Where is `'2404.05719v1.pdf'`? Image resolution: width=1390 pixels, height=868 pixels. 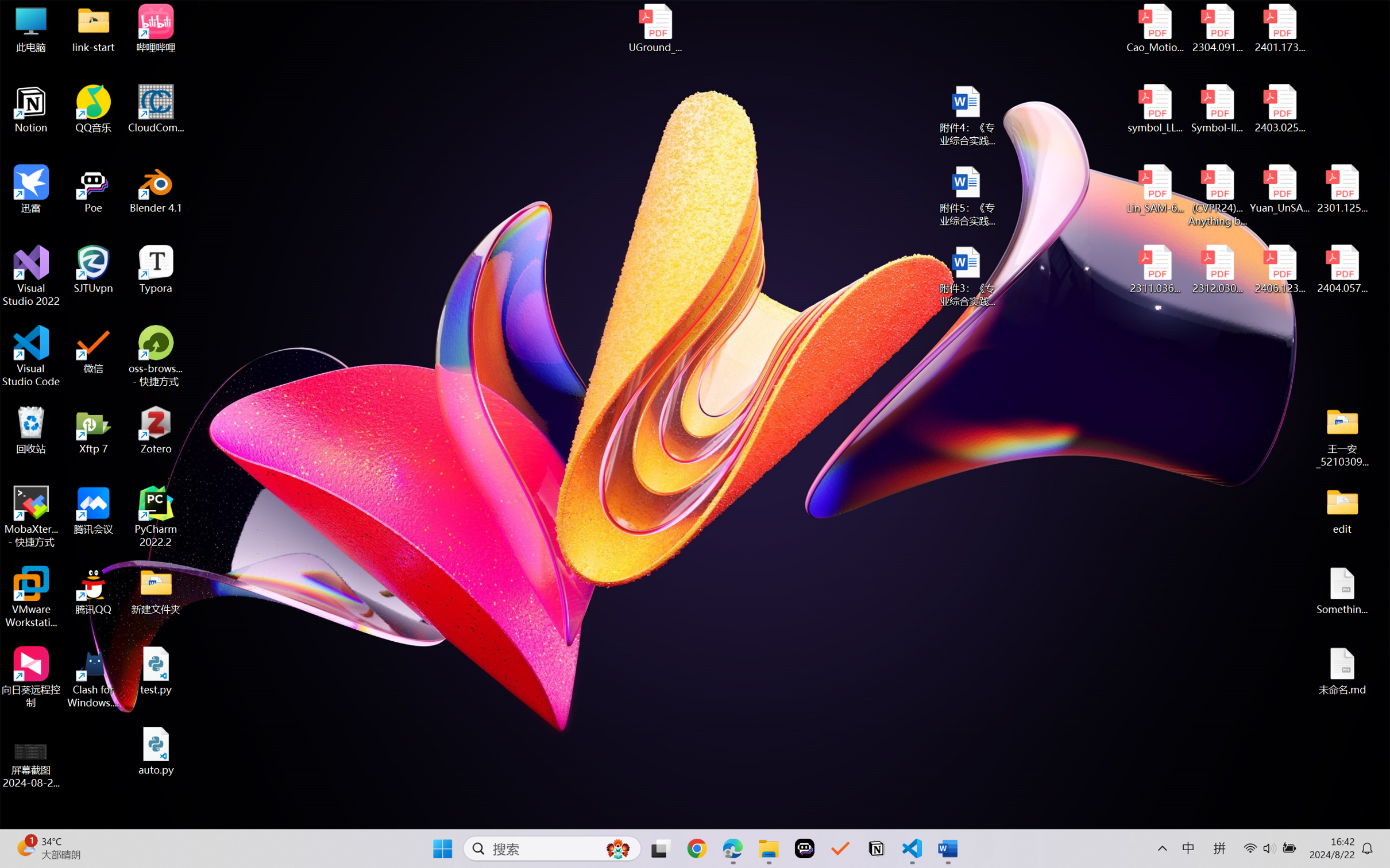 '2404.05719v1.pdf' is located at coordinates (1341, 269).